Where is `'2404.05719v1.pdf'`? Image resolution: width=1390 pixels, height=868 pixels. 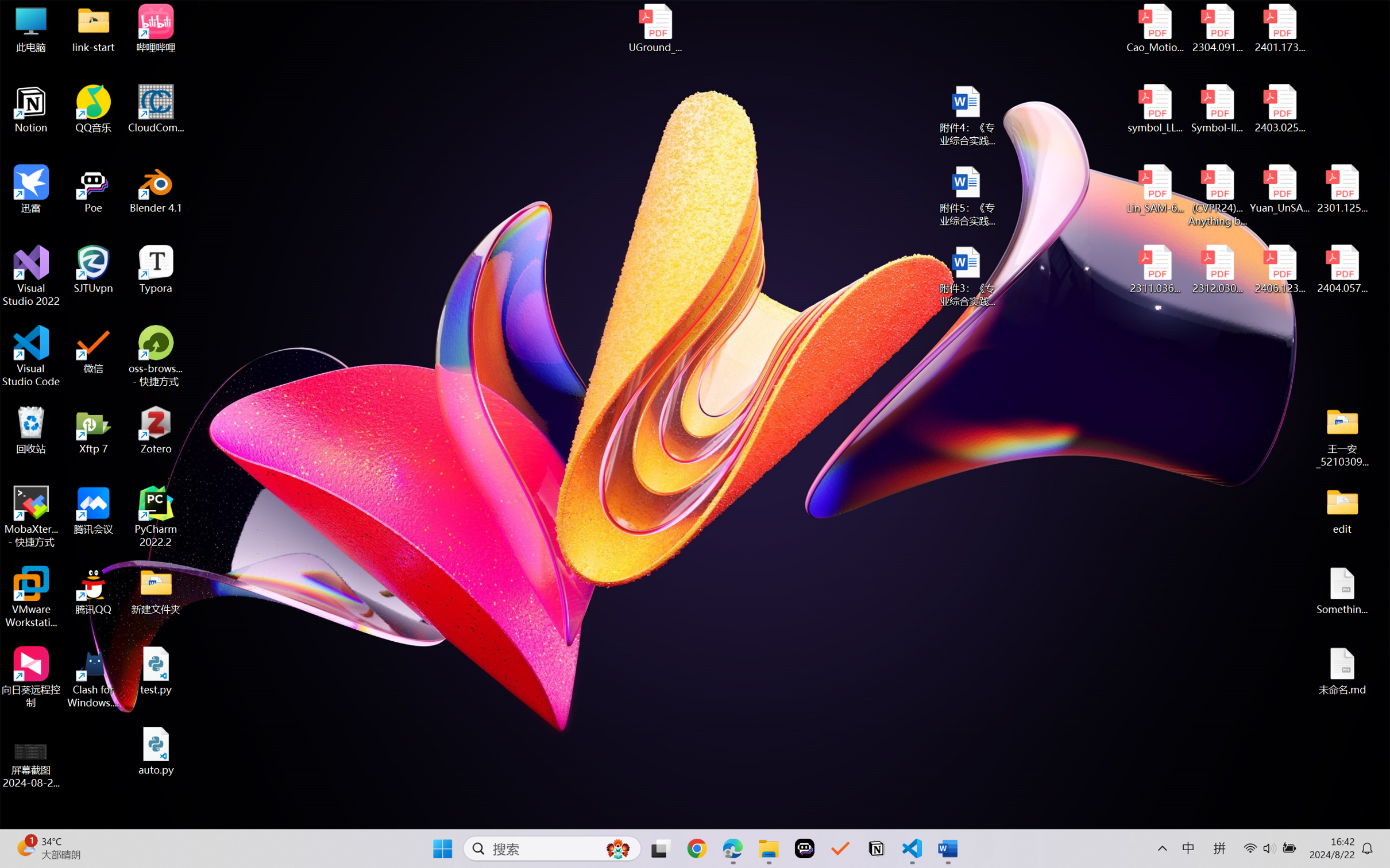 '2404.05719v1.pdf' is located at coordinates (1341, 269).